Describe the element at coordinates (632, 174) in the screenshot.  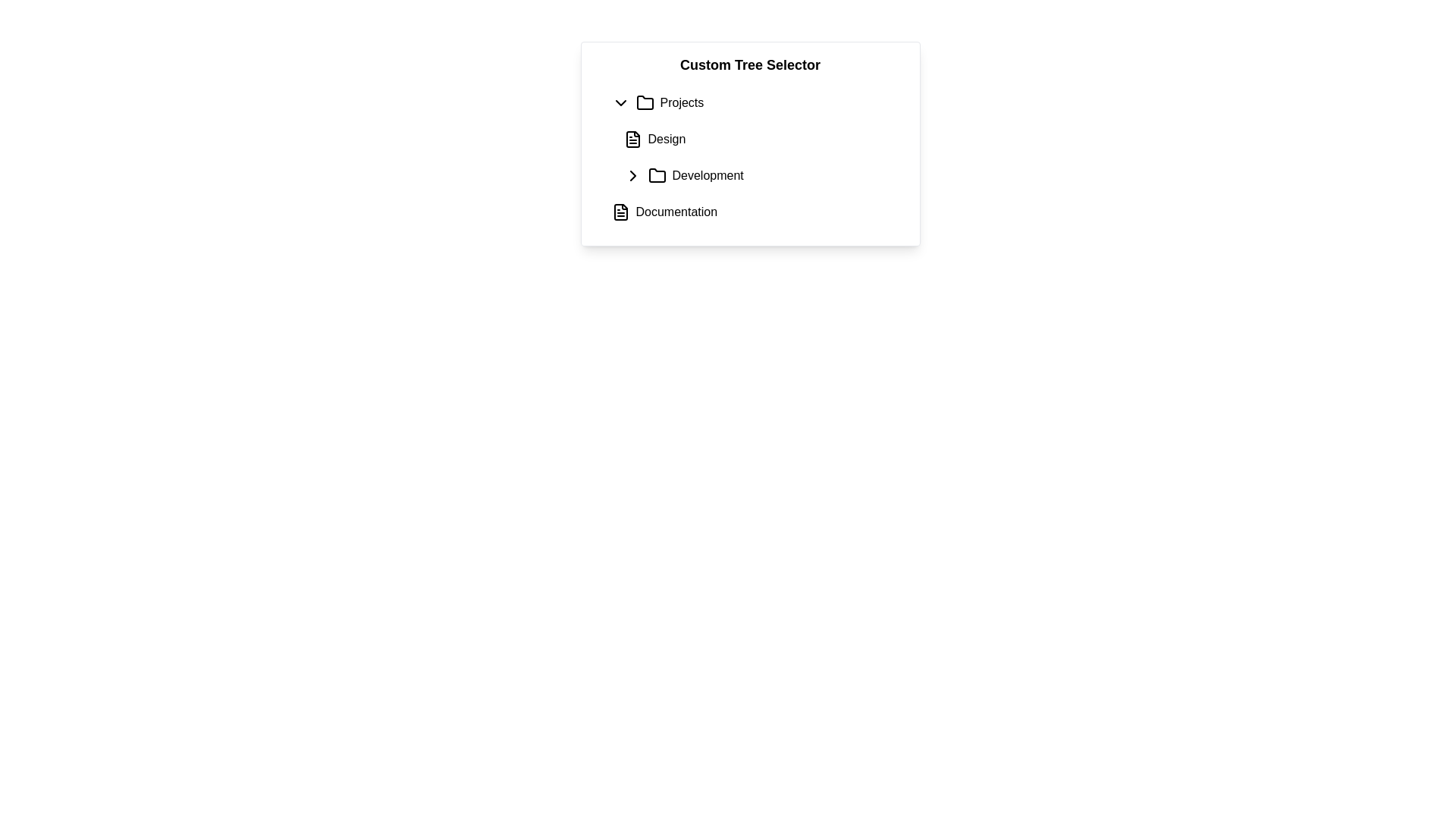
I see `the navigation icon for the 'Development' menu item` at that location.